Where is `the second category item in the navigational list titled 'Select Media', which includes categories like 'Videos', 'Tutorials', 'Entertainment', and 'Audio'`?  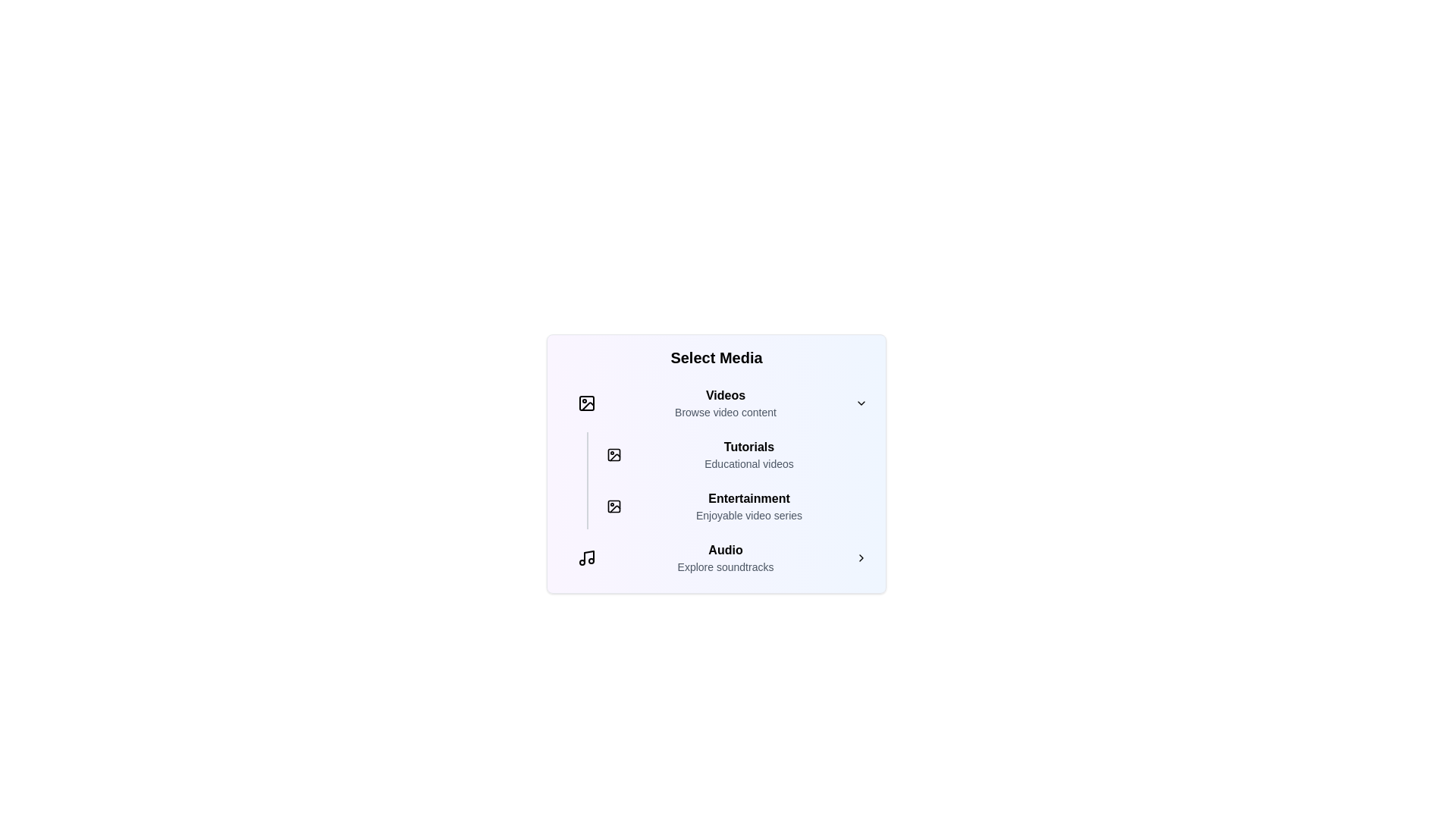 the second category item in the navigational list titled 'Select Media', which includes categories like 'Videos', 'Tutorials', 'Entertainment', and 'Audio' is located at coordinates (716, 480).